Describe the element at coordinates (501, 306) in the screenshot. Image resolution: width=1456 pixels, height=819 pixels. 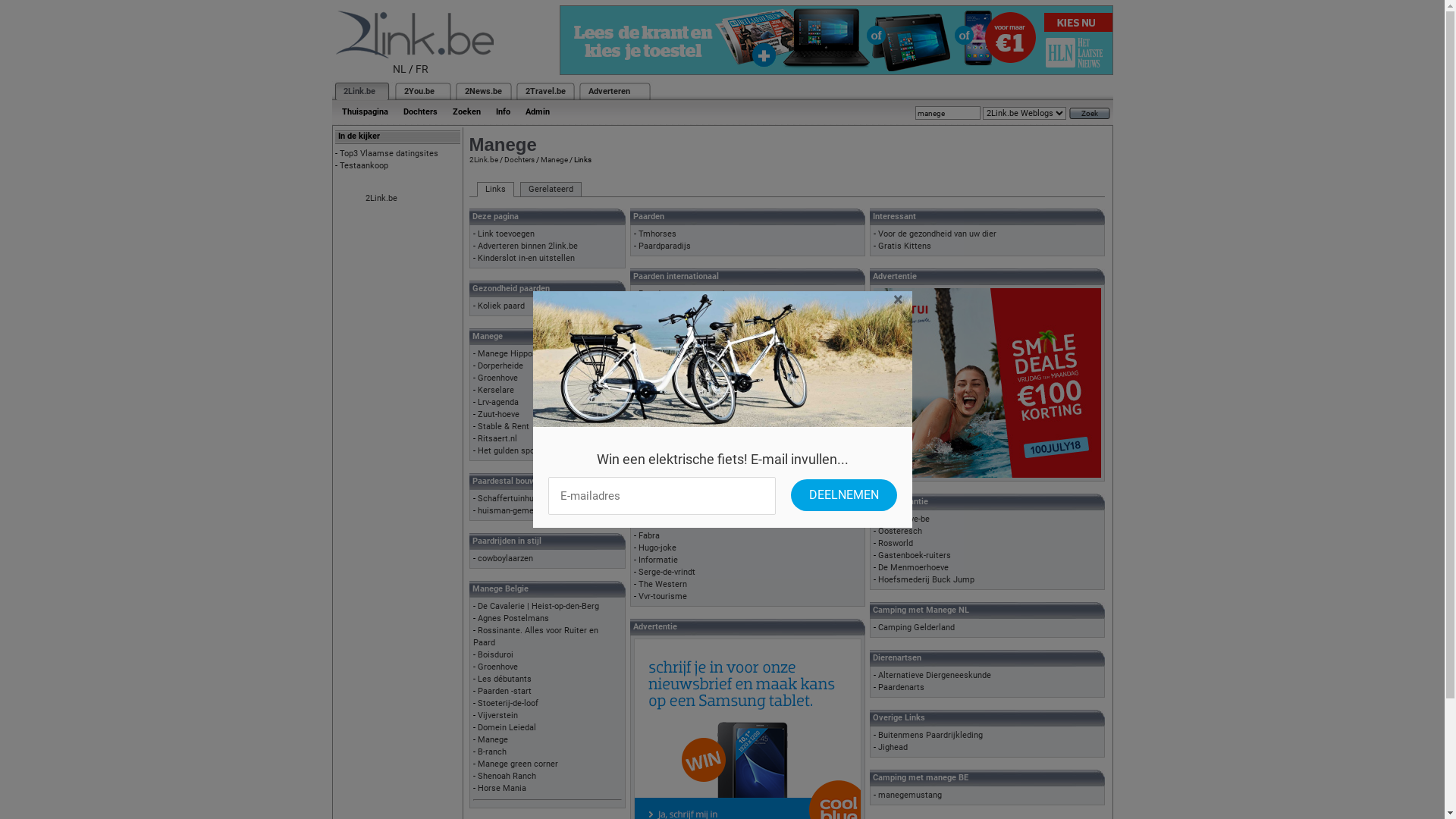
I see `'Koliek paard'` at that location.